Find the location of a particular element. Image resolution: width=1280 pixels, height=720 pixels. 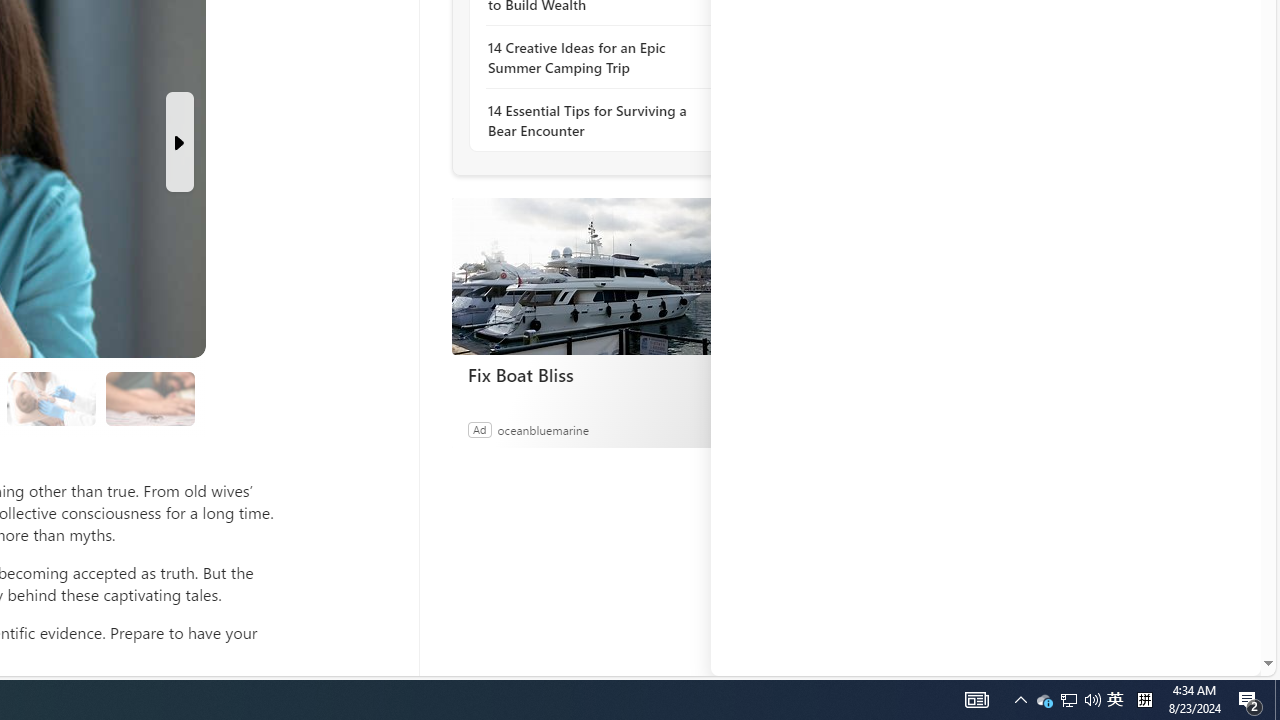

'Next Slide' is located at coordinates (179, 141).